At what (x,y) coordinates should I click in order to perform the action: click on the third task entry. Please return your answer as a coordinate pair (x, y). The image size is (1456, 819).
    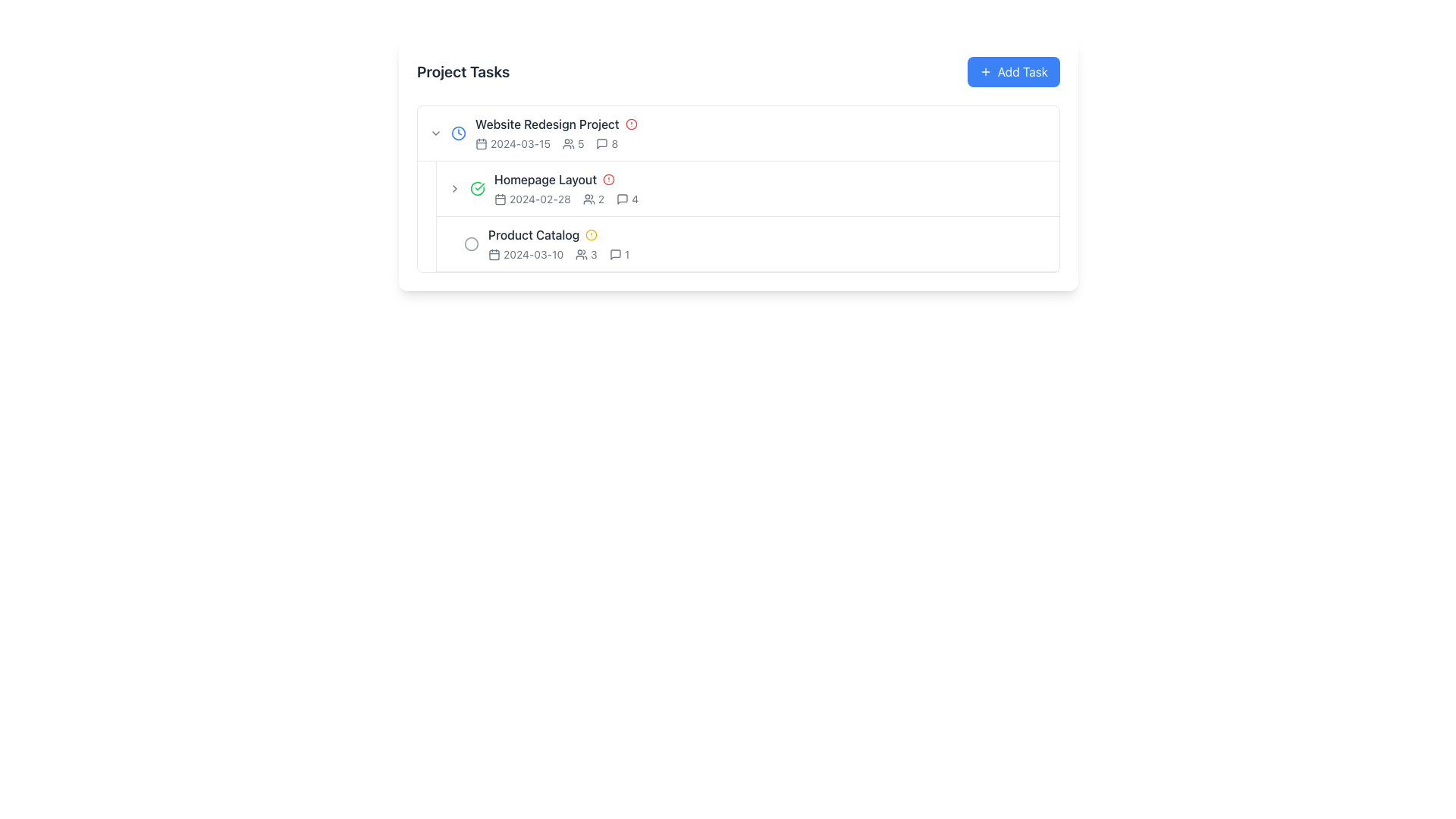
    Looking at the image, I should click on (769, 243).